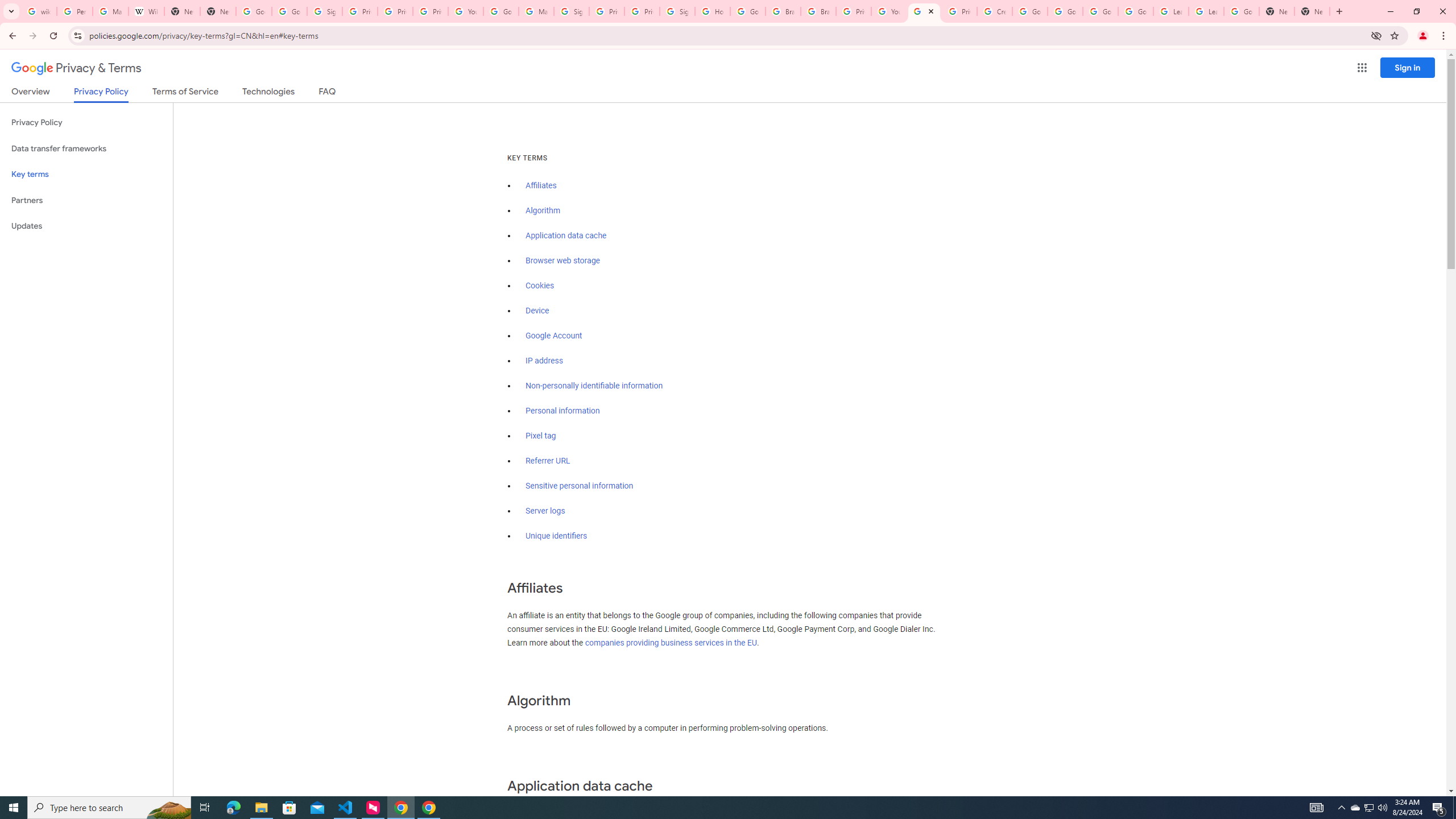 This screenshot has height=819, width=1456. I want to click on 'New Tab', so click(1312, 11).